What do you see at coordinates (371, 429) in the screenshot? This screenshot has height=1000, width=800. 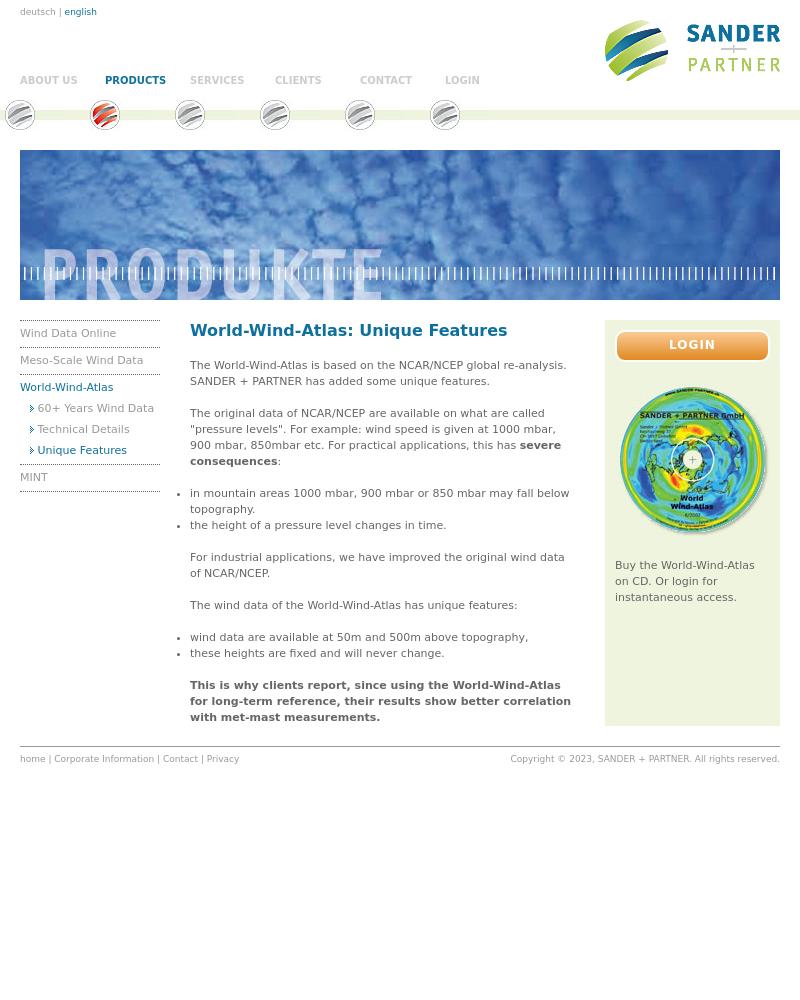 I see `'The original data of NCAR/NCEP are available on what are called "pressure 
levels". For example: wind speed is given at 1000 mbar, 900 mbar, 850mbar etc. 
For practical applications, this has'` at bounding box center [371, 429].